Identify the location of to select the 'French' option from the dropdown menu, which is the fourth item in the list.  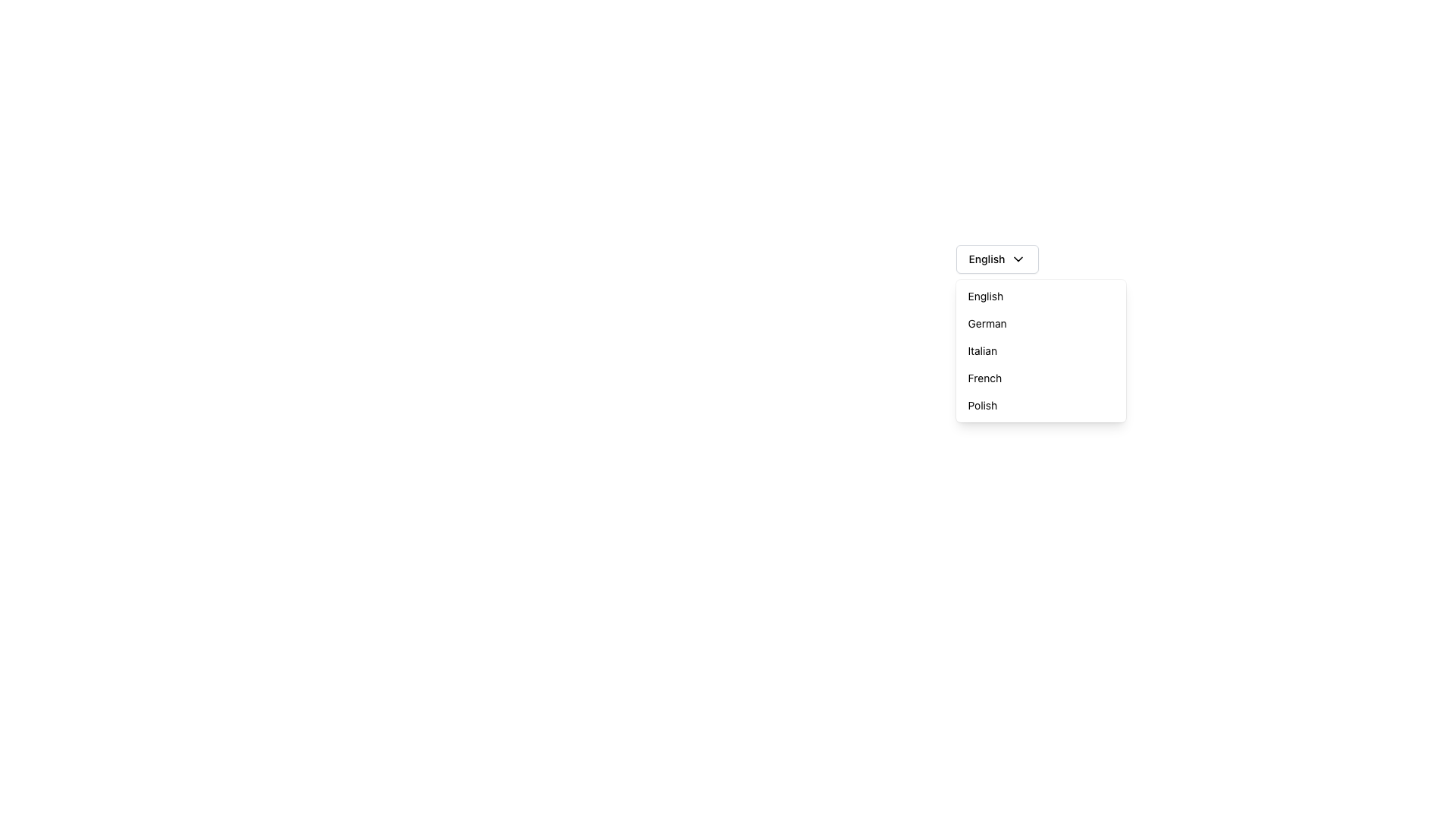
(1040, 377).